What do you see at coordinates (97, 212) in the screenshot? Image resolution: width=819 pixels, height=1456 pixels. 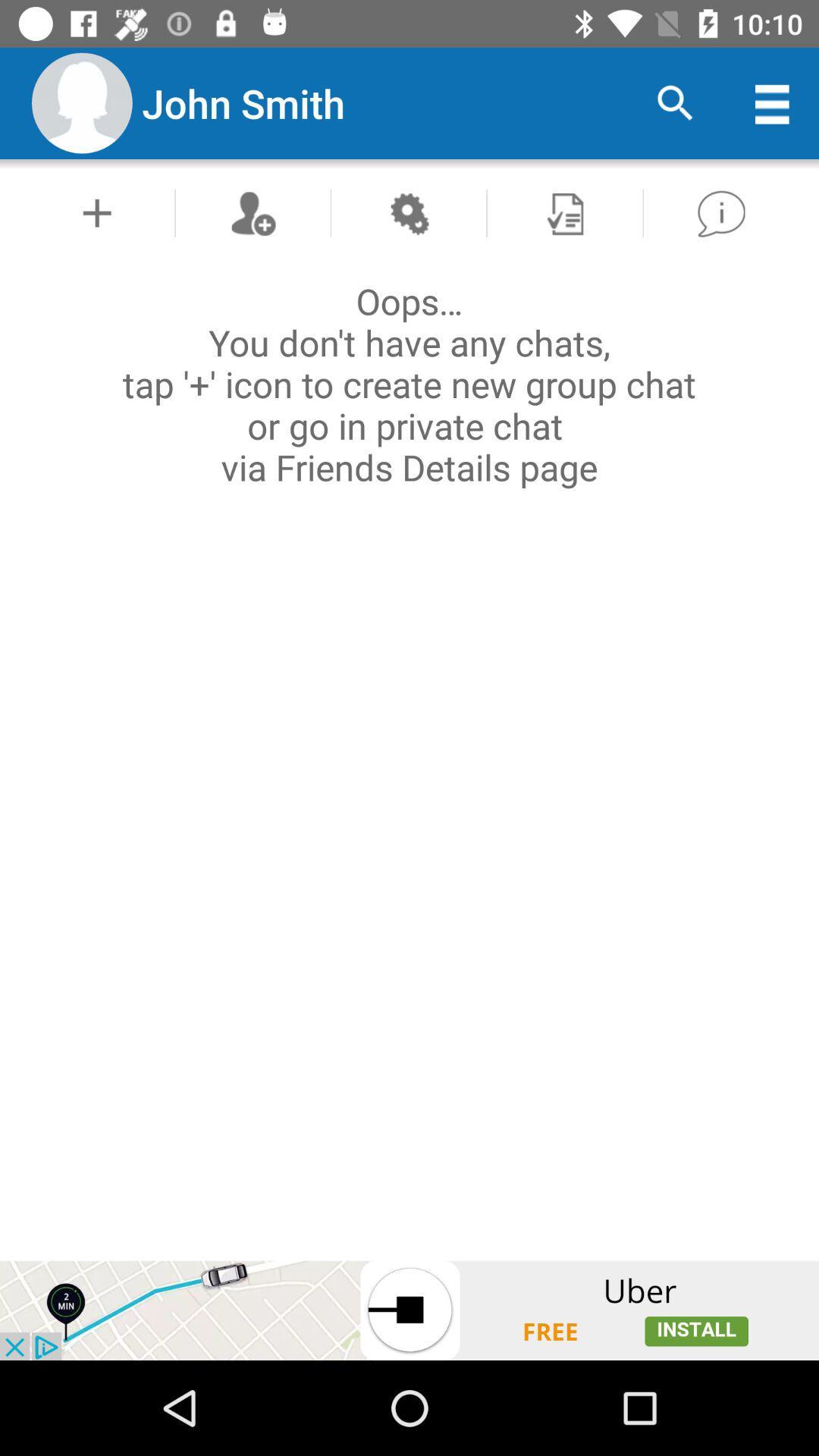 I see `the add icon` at bounding box center [97, 212].